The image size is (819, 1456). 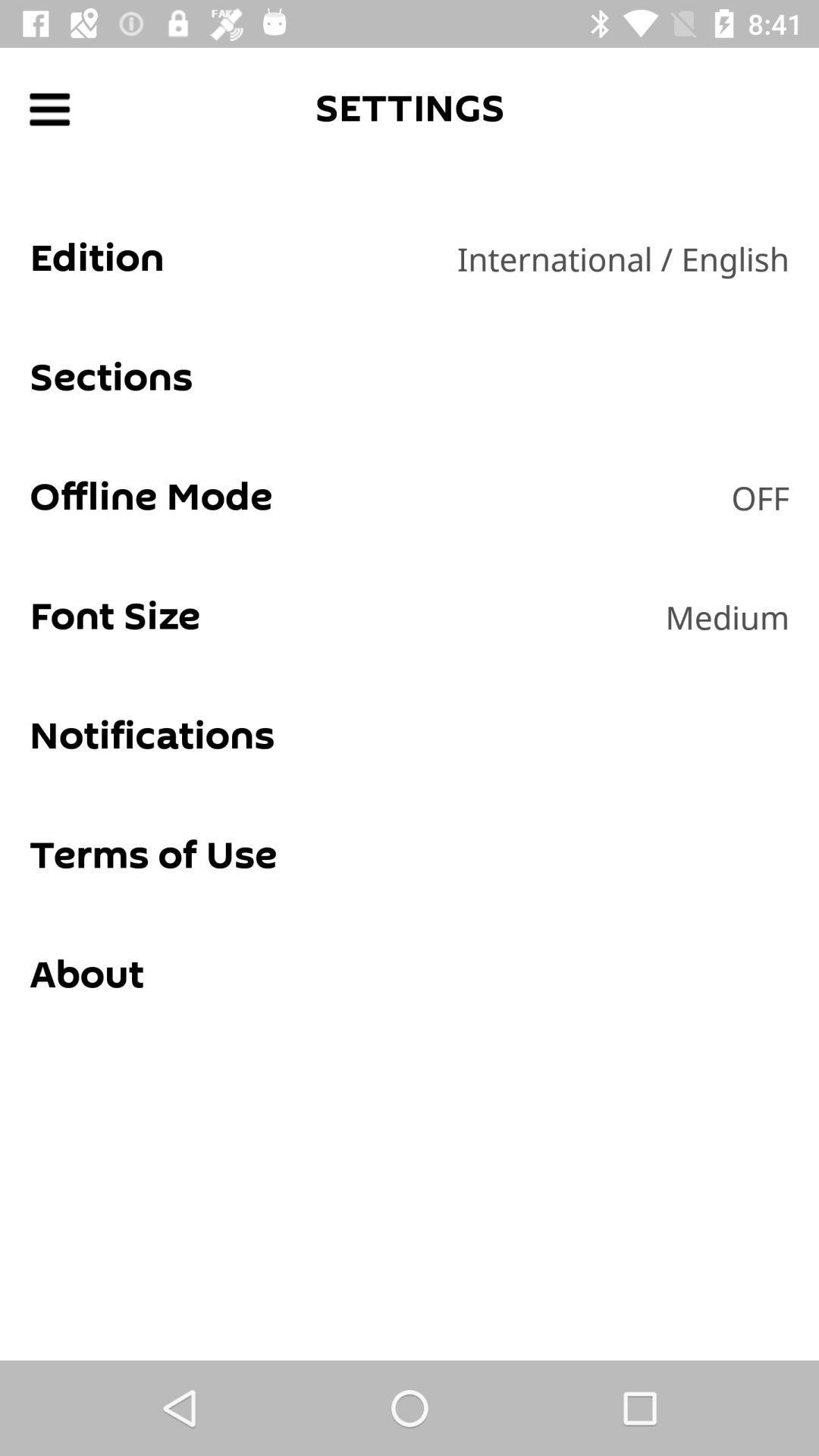 What do you see at coordinates (49, 108) in the screenshot?
I see `icon above edition` at bounding box center [49, 108].